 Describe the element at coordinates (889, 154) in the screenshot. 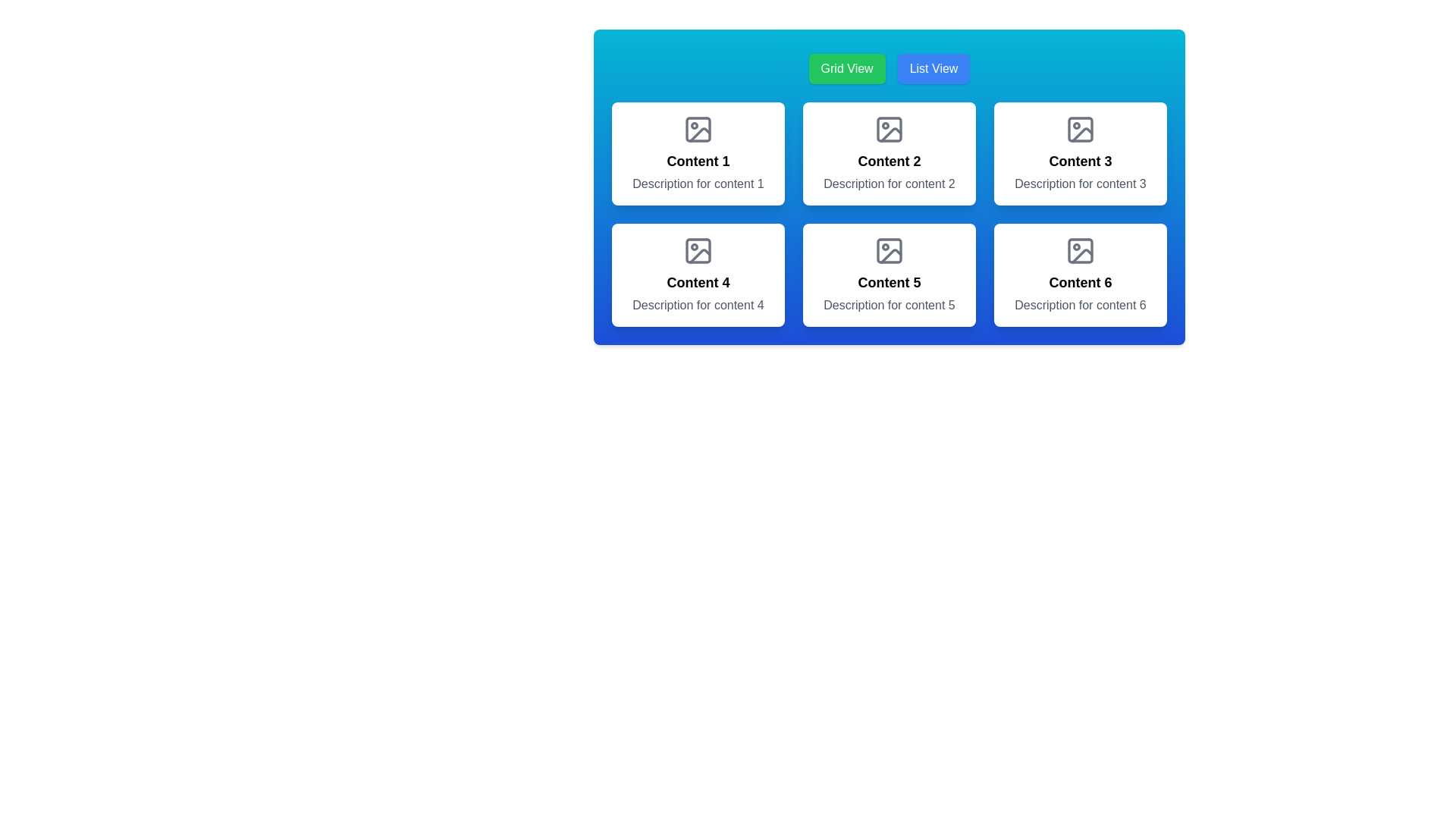

I see `the icon at the top of the 'Content 2' card, which is the second card in the first row of a grid layout` at that location.